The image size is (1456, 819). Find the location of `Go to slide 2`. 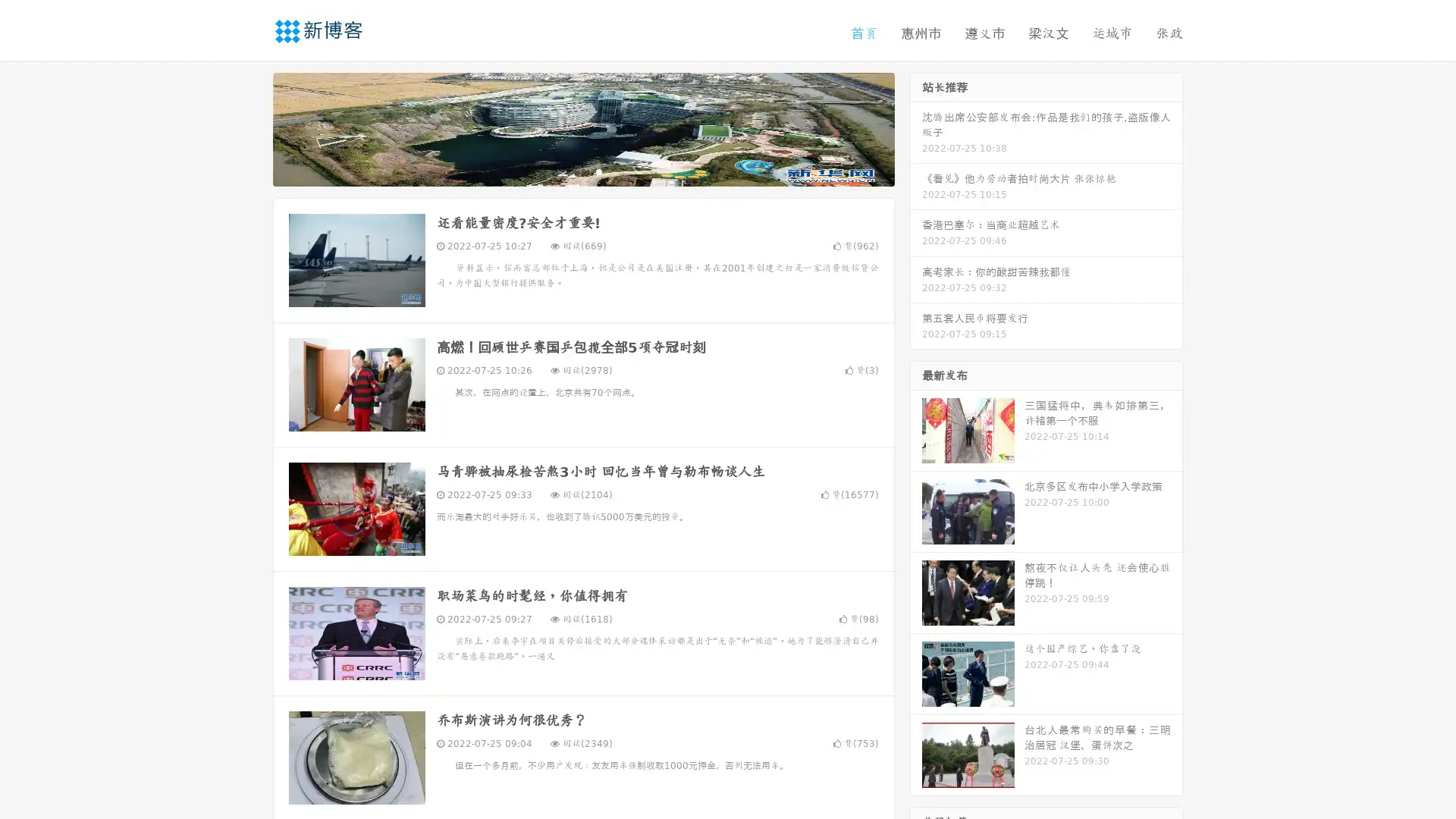

Go to slide 2 is located at coordinates (582, 171).